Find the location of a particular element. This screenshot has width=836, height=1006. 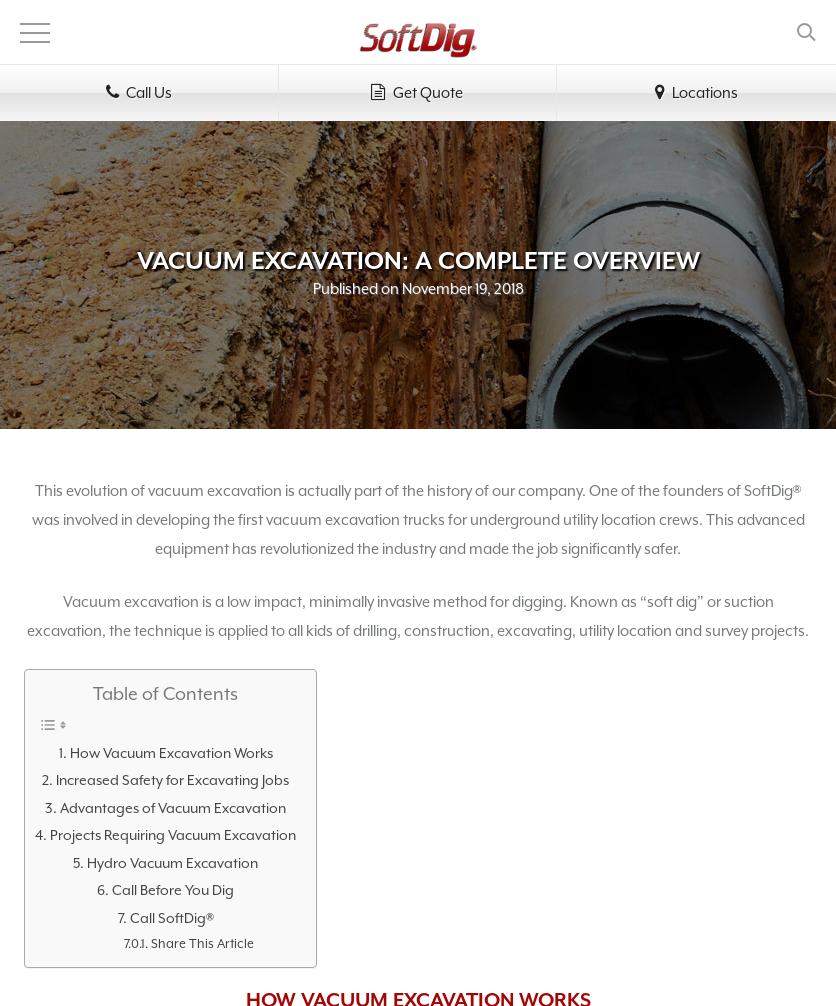

'Call Before You Dig' is located at coordinates (171, 889).